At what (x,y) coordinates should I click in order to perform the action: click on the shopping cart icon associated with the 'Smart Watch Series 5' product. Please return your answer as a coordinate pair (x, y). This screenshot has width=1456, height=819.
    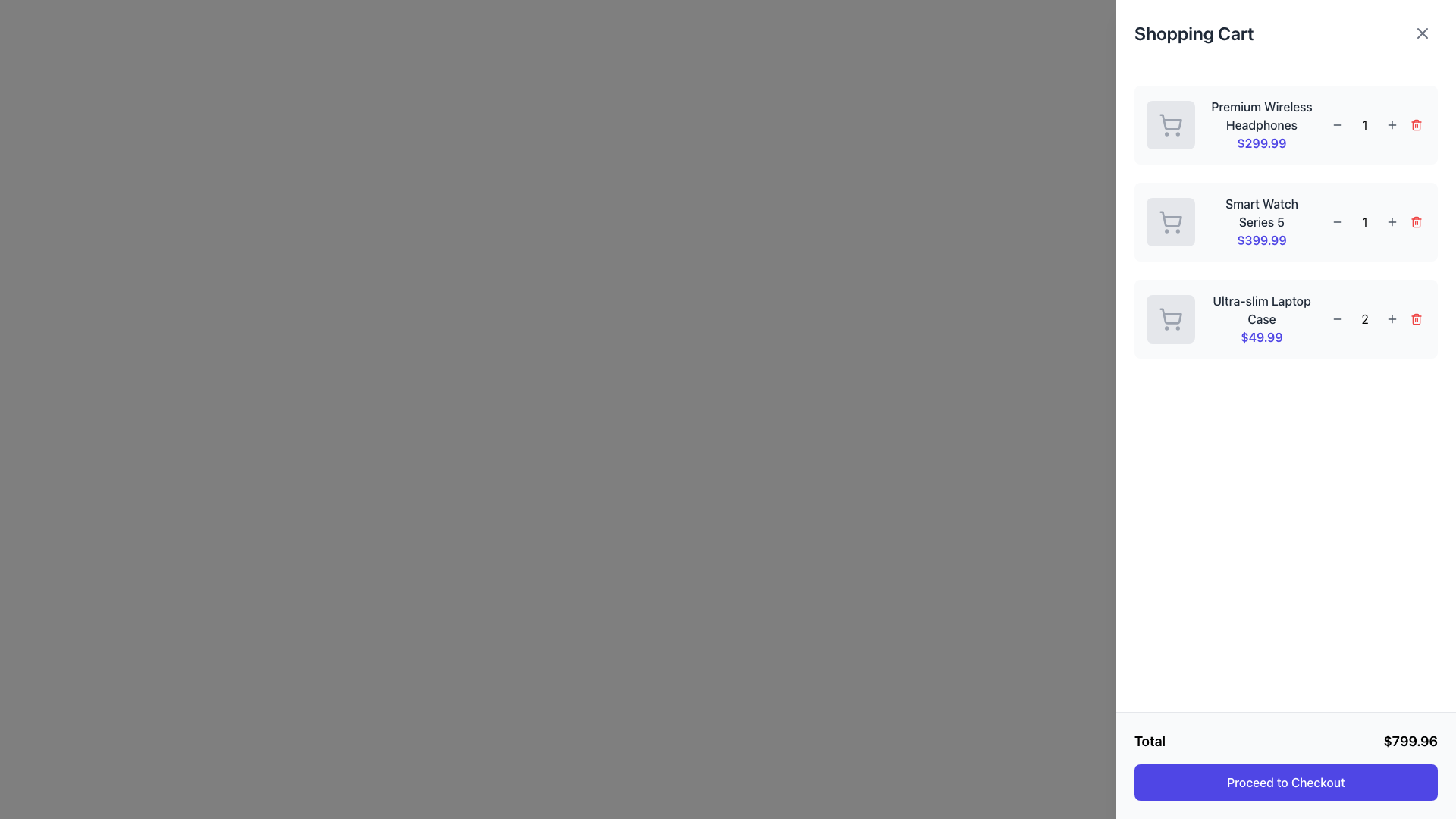
    Looking at the image, I should click on (1170, 219).